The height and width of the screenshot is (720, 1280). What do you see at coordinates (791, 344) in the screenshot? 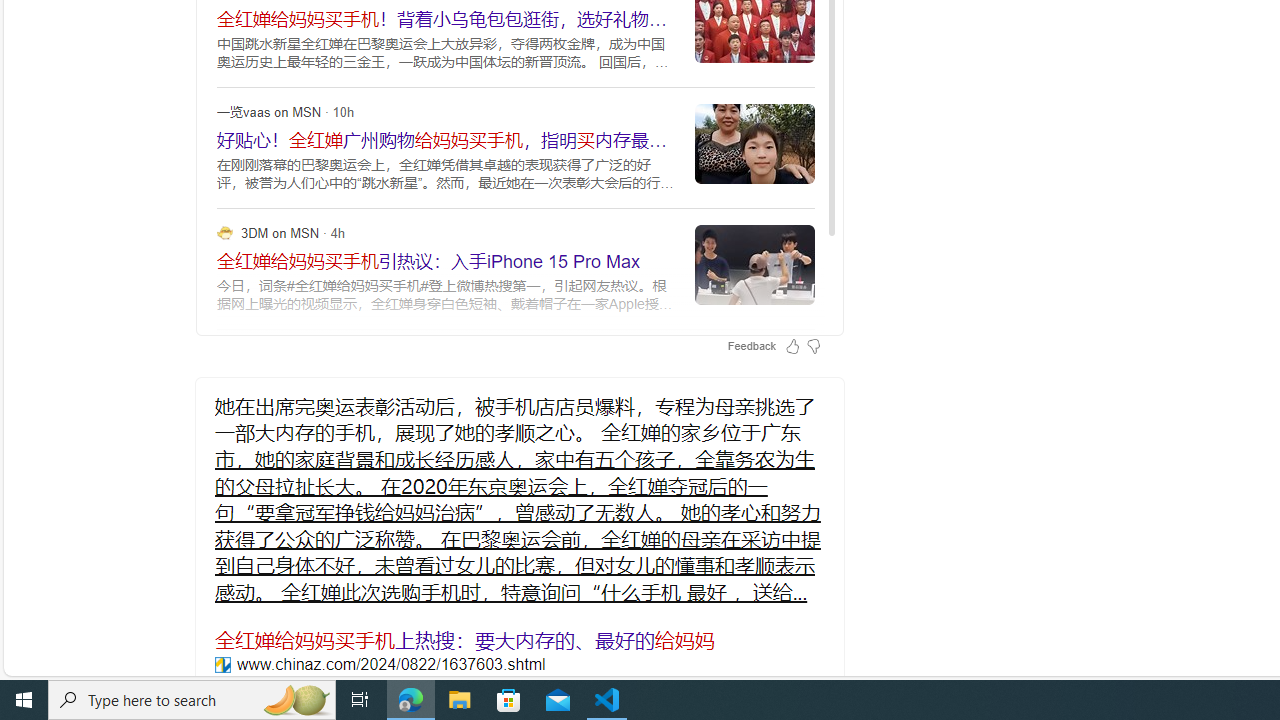
I see `'Feedback Like'` at bounding box center [791, 344].